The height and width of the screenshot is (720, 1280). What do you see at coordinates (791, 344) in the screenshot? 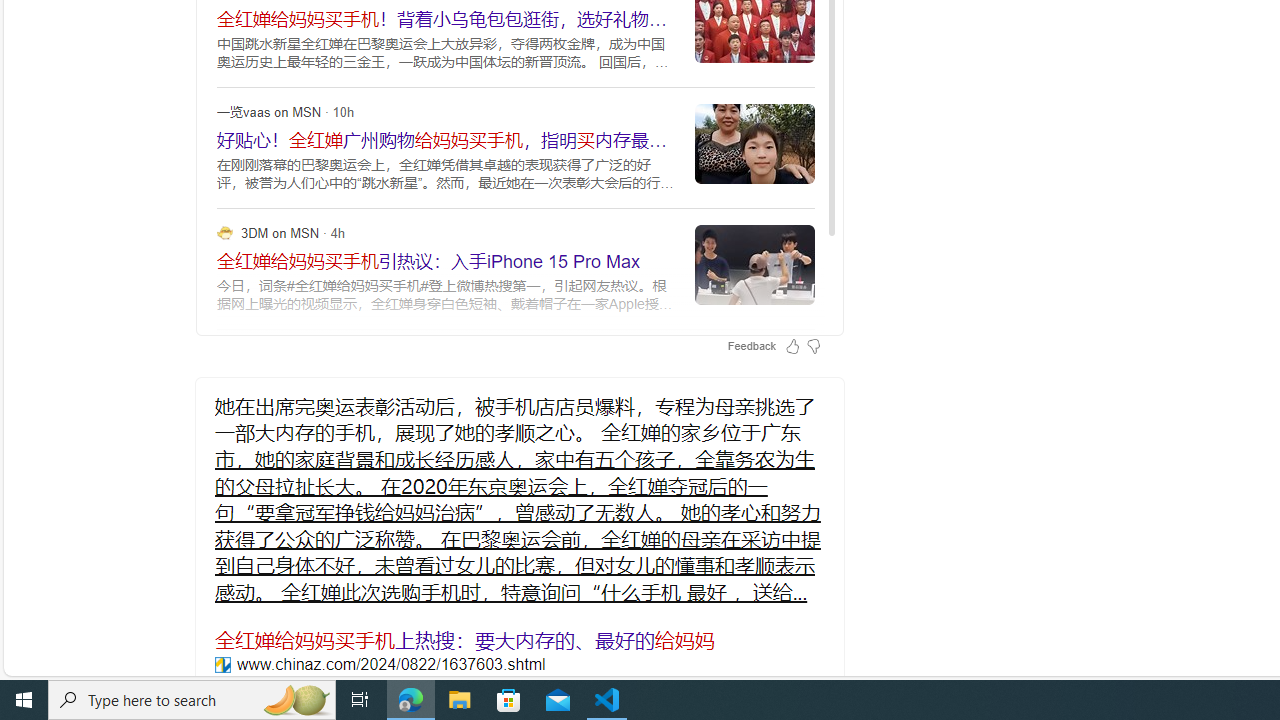
I see `'Feedback Like'` at bounding box center [791, 344].